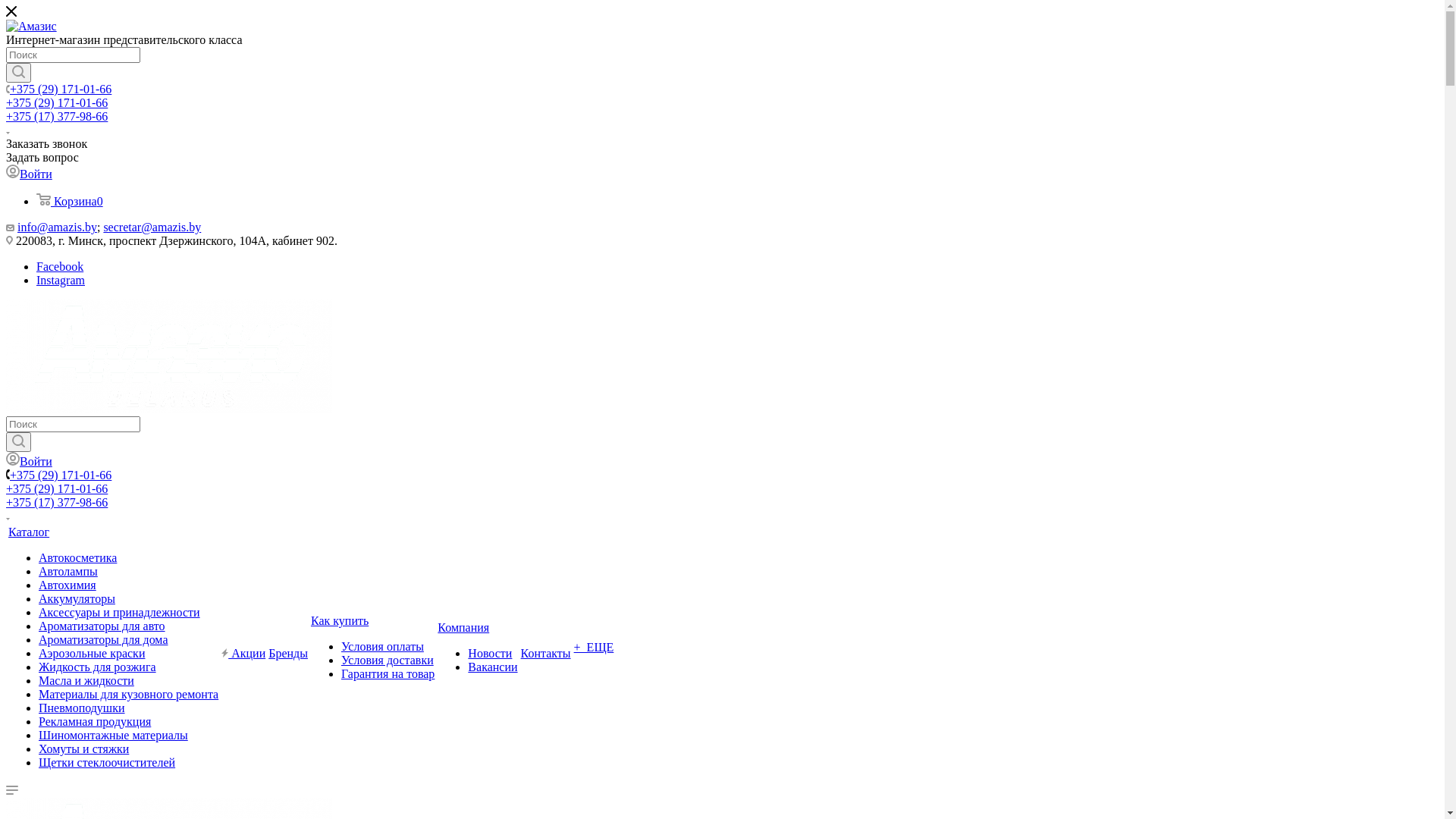 This screenshot has height=819, width=1456. What do you see at coordinates (57, 488) in the screenshot?
I see `'+375 (29) 171-01-66'` at bounding box center [57, 488].